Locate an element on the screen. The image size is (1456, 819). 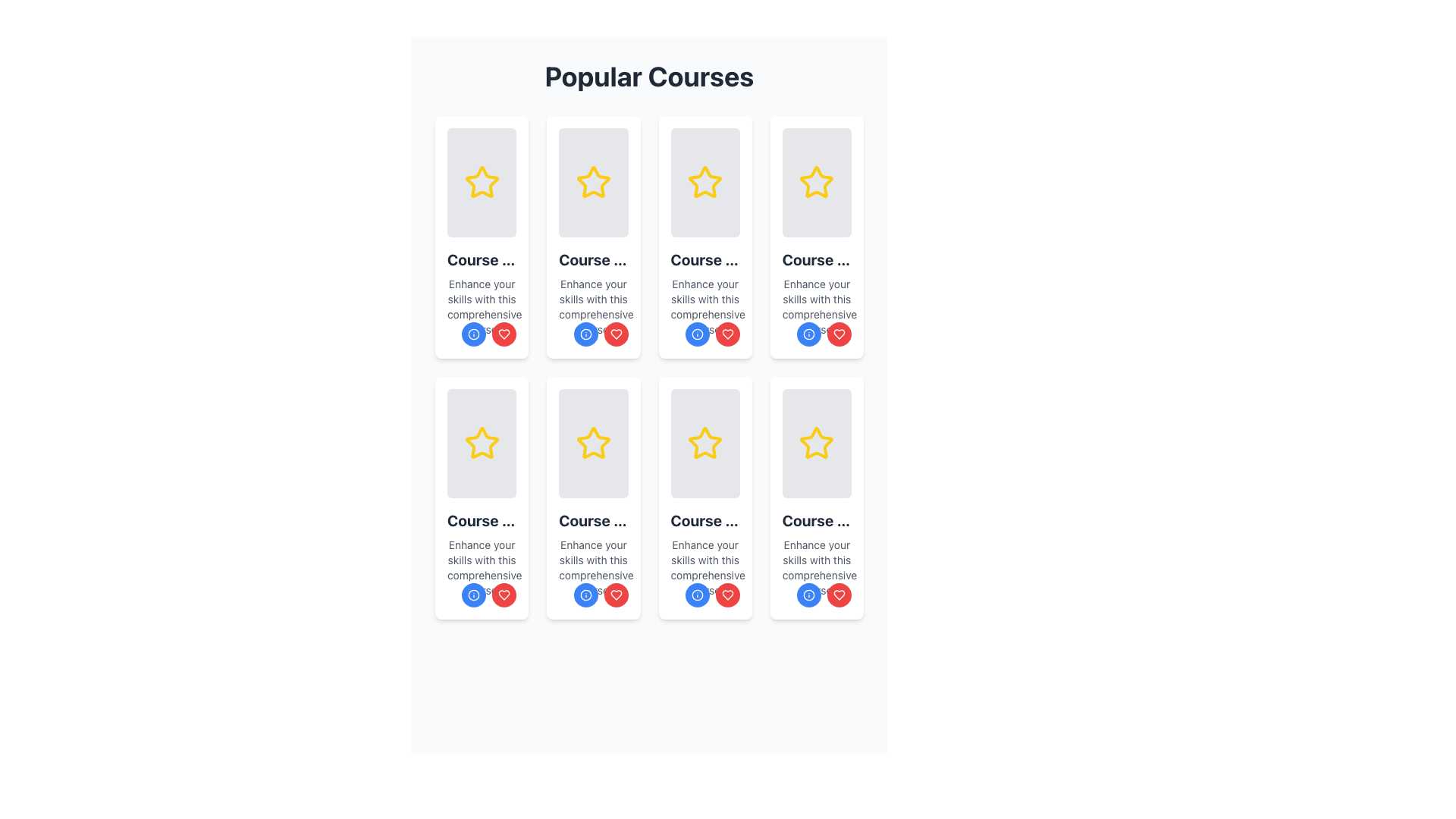
the Information Icon Button, which is a small icon resembling an information symbol within a blue circular background located at the bottom left corner of the card in the second row and first column of the grid is located at coordinates (473, 595).